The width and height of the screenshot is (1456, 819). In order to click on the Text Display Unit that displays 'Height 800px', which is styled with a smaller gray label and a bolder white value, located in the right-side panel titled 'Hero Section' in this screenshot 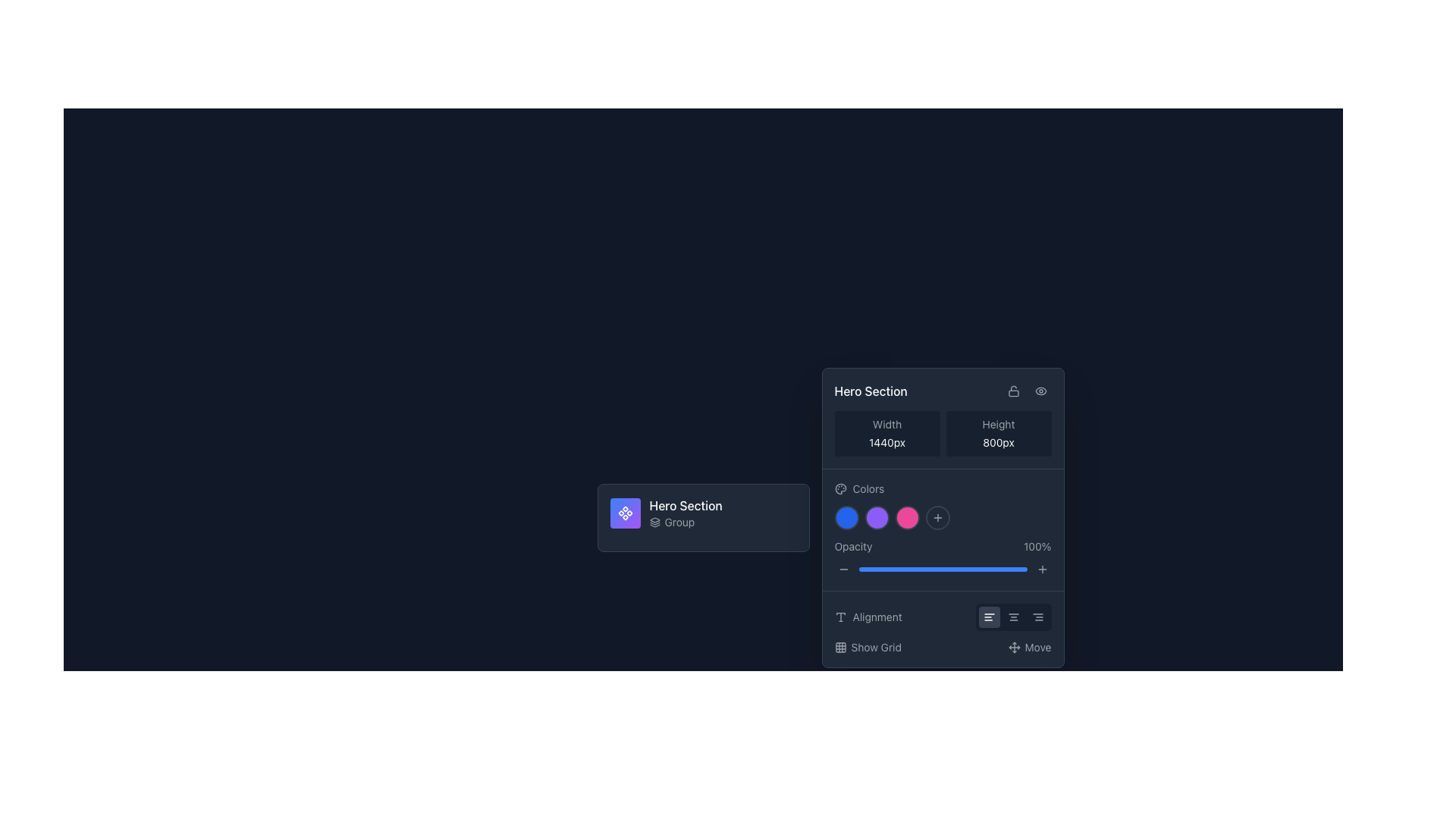, I will do `click(998, 433)`.